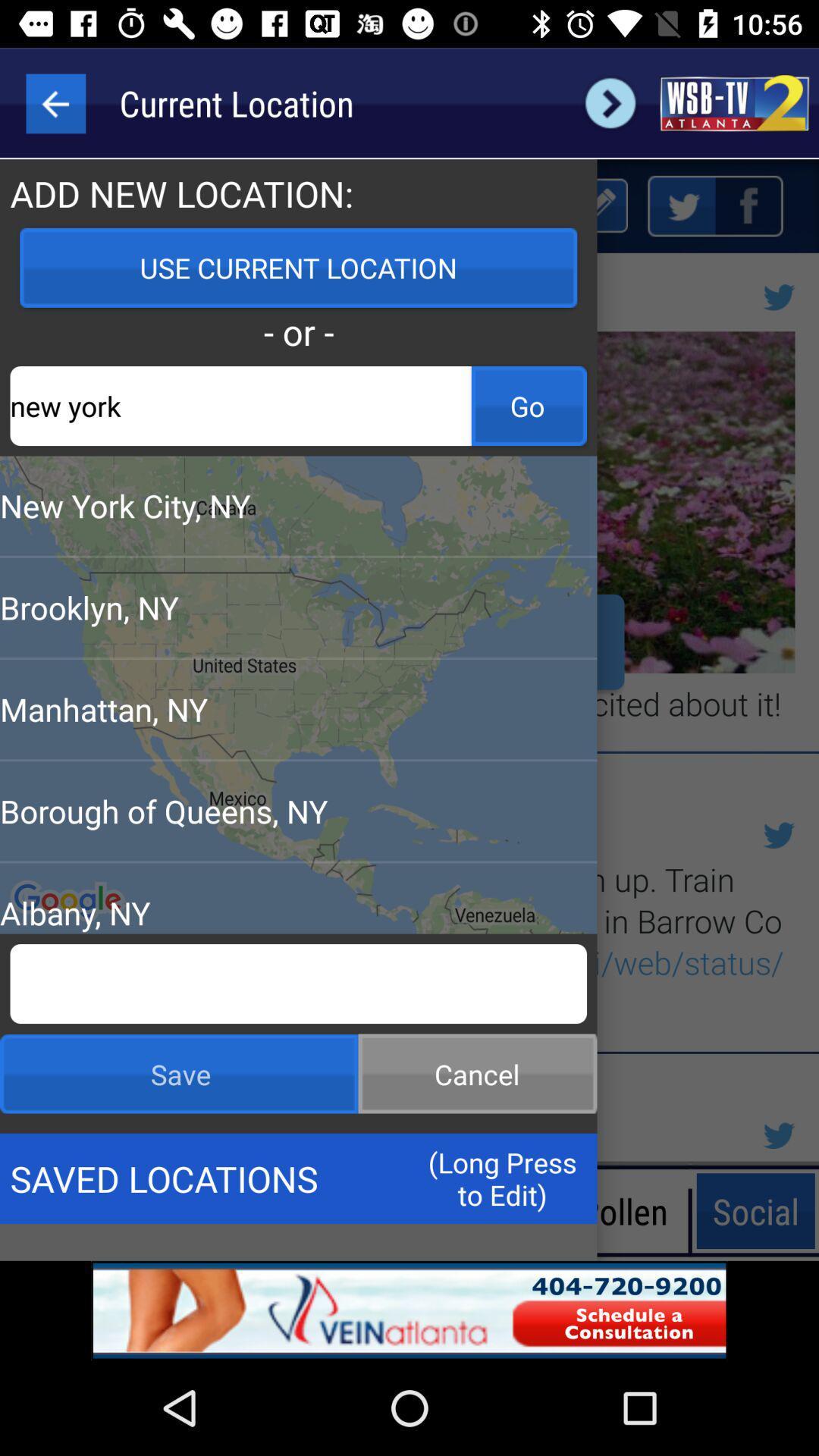  What do you see at coordinates (610, 102) in the screenshot?
I see `the arrow_forward icon` at bounding box center [610, 102].